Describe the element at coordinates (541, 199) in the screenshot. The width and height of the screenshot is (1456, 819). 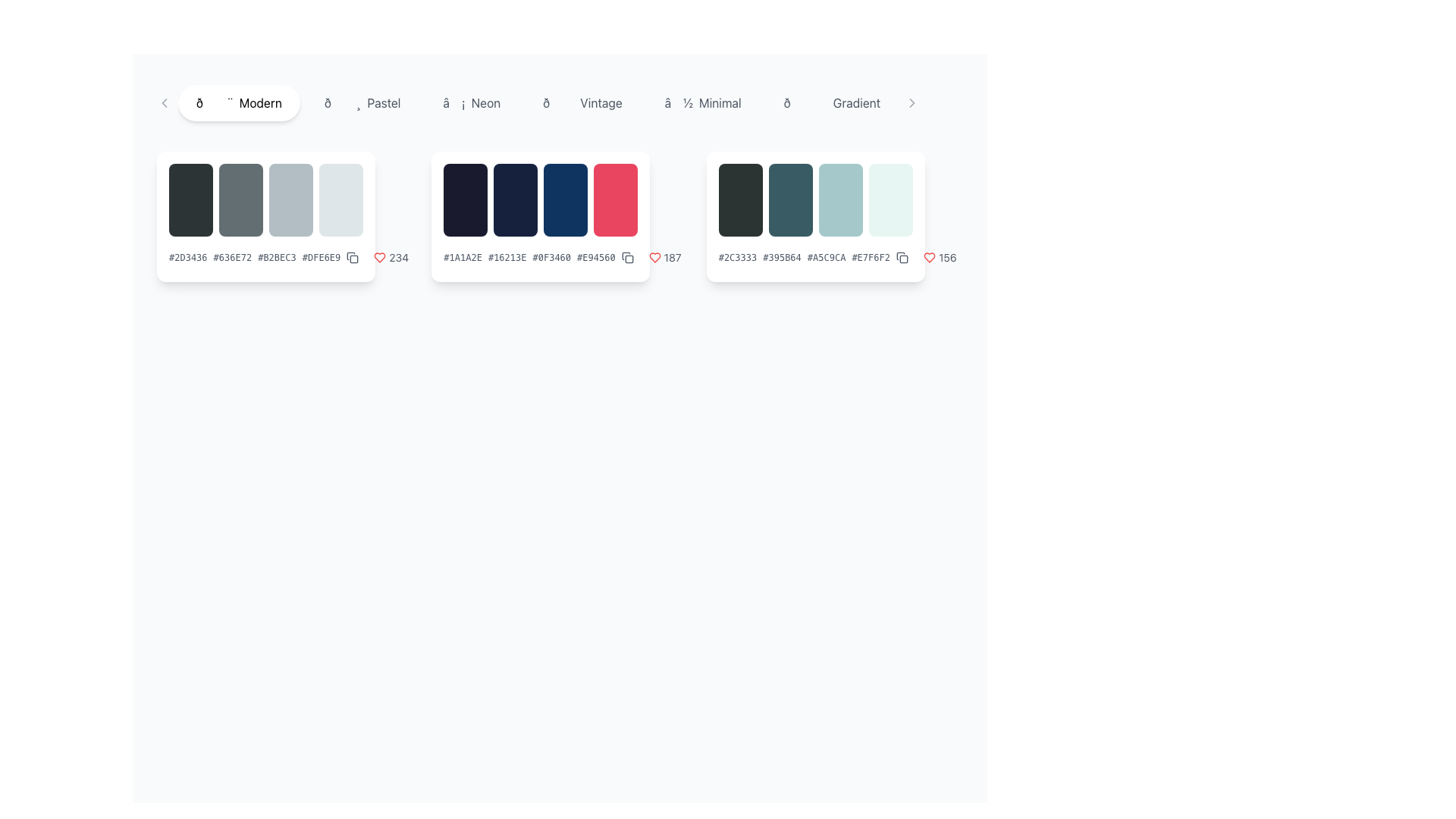
I see `the Color Display Strip, which contains four color blocks (dark navy, navy, deep blue, and bright red) with rounded corners and hover animations` at that location.